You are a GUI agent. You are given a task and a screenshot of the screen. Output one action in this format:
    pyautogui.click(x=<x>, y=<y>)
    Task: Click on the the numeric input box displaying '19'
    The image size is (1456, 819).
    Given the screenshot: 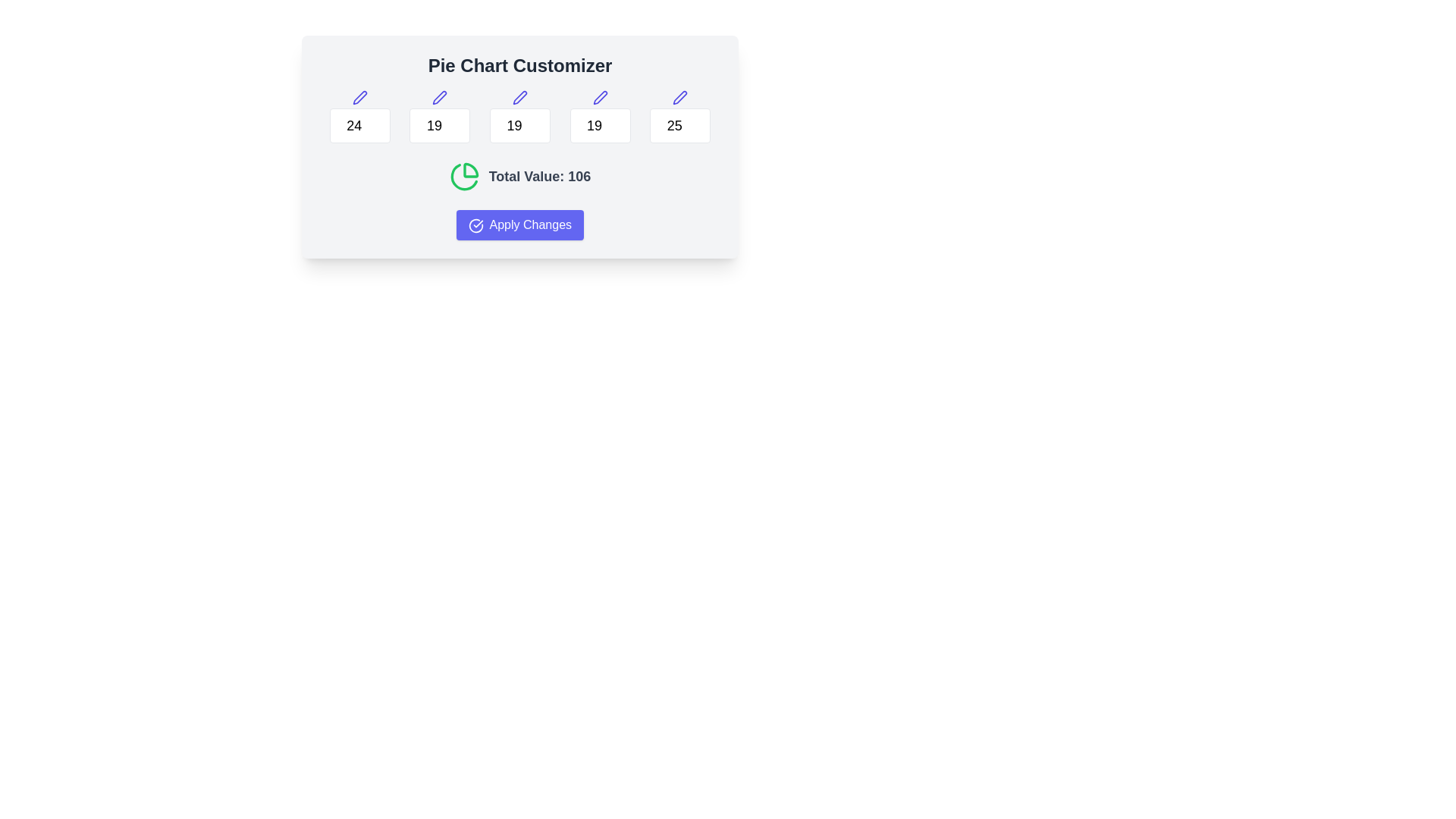 What is the action you would take?
    pyautogui.click(x=520, y=116)
    